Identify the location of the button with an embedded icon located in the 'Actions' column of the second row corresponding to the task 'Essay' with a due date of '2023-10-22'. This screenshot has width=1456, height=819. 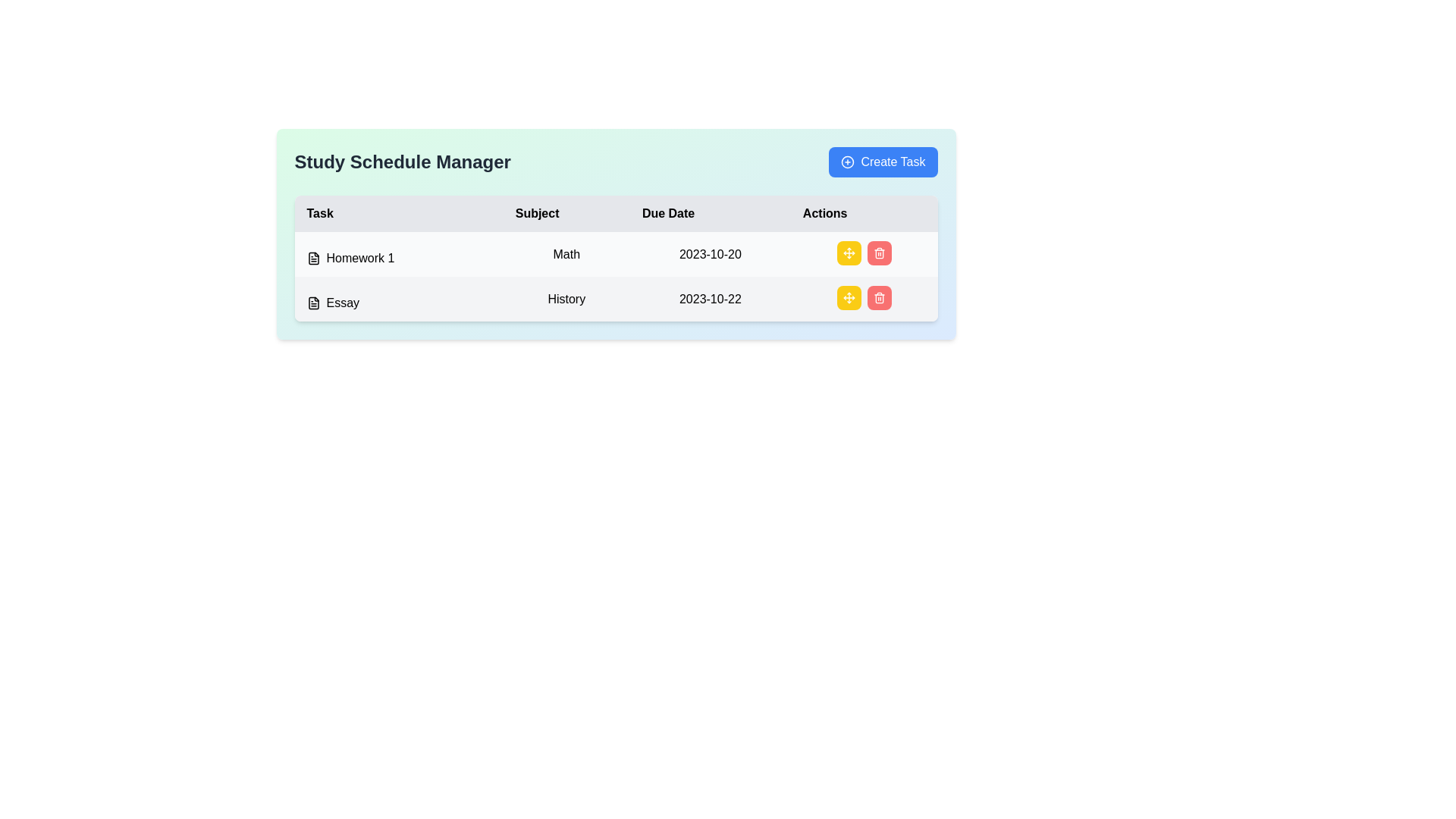
(848, 253).